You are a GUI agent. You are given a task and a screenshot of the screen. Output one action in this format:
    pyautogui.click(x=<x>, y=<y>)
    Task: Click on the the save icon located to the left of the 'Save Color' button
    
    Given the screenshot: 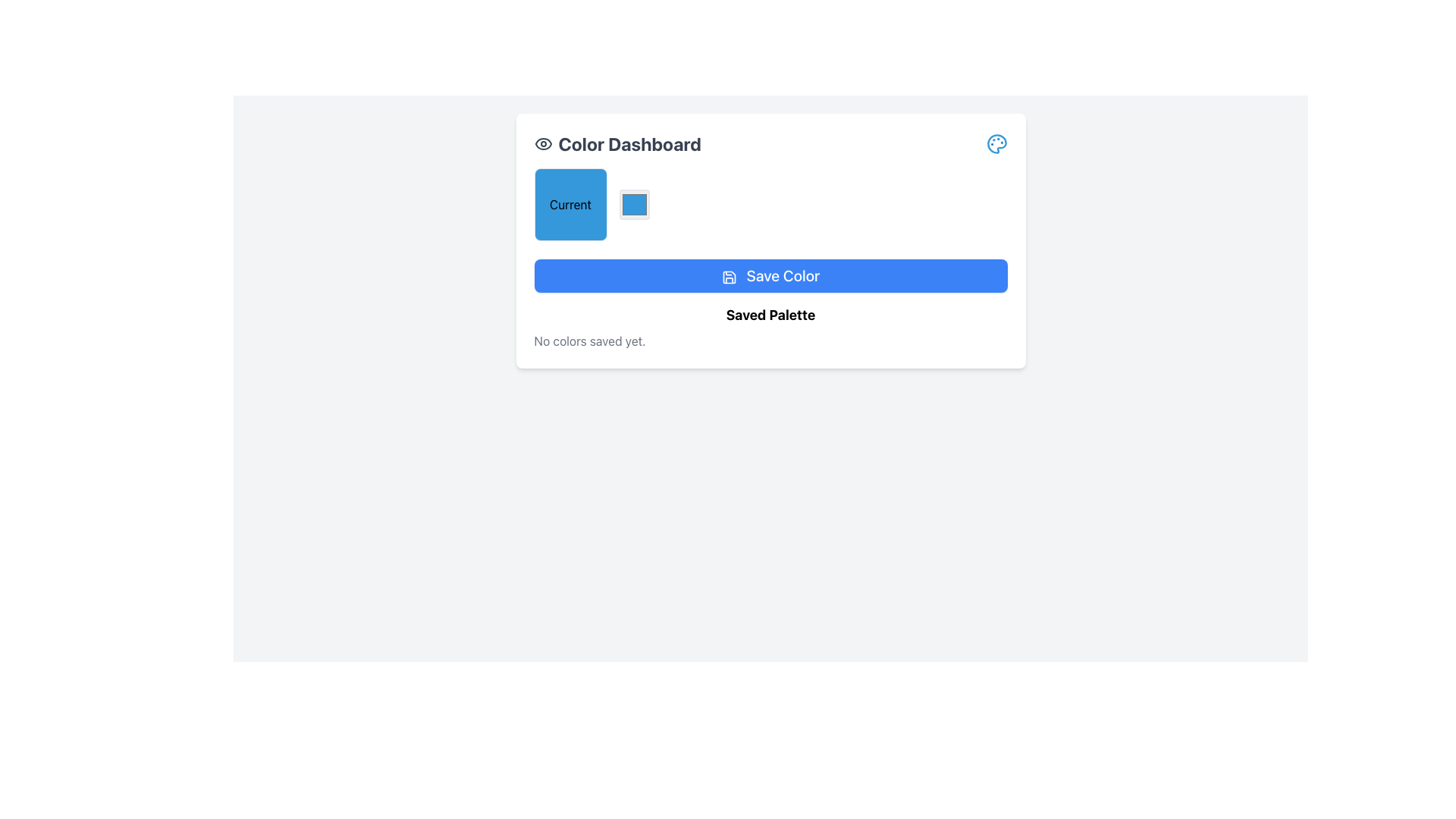 What is the action you would take?
    pyautogui.click(x=729, y=277)
    